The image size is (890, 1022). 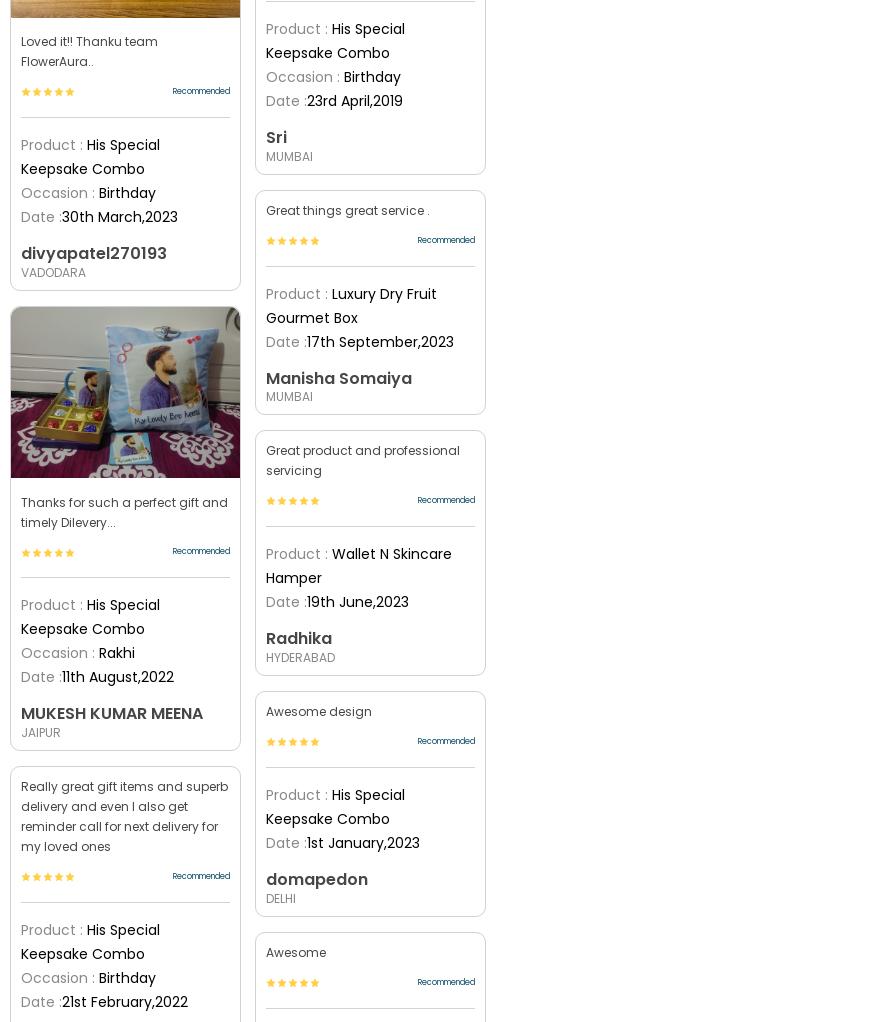 I want to click on '5100', so click(x=278, y=32).